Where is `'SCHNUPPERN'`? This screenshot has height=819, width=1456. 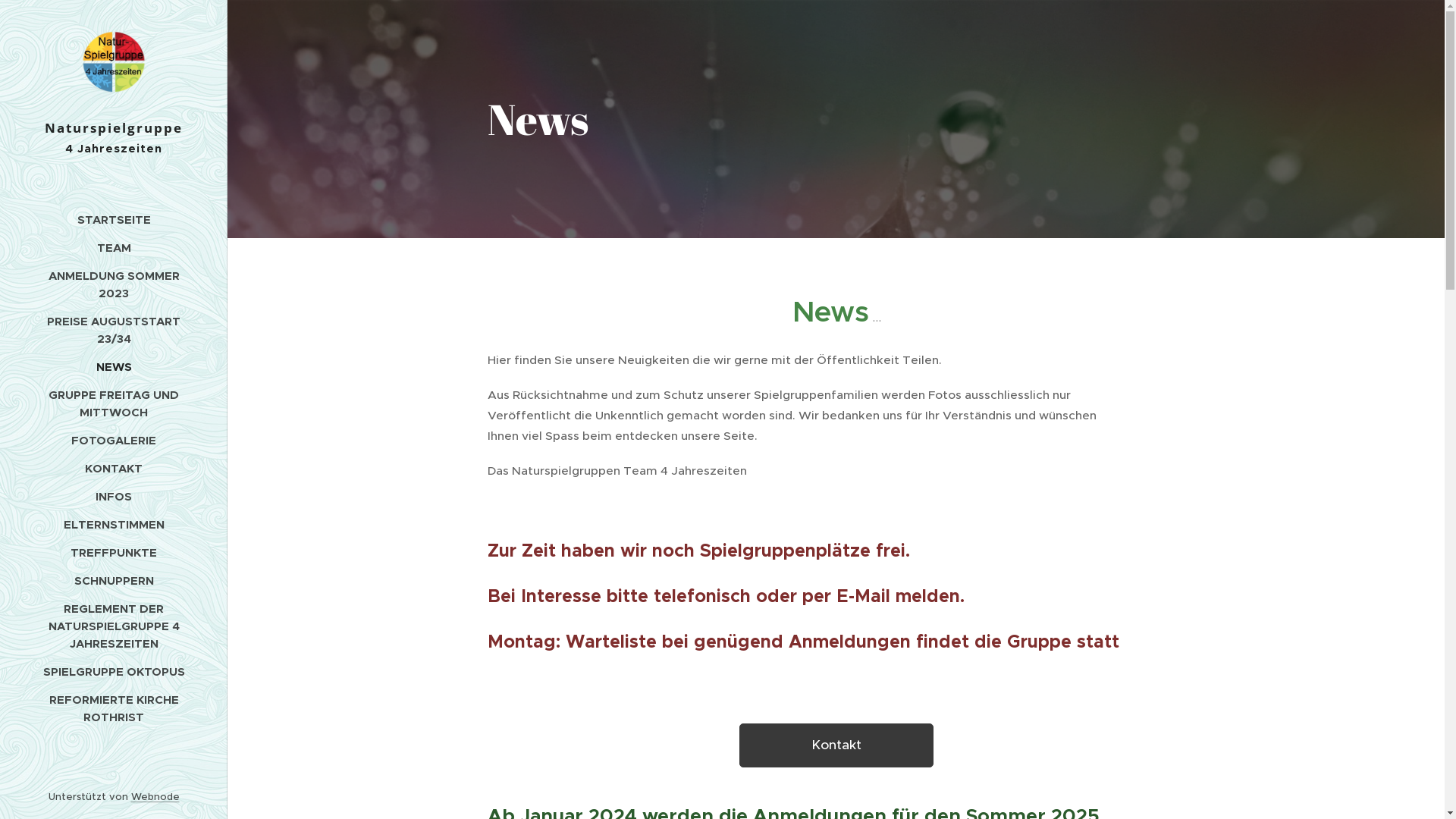 'SCHNUPPERN' is located at coordinates (112, 580).